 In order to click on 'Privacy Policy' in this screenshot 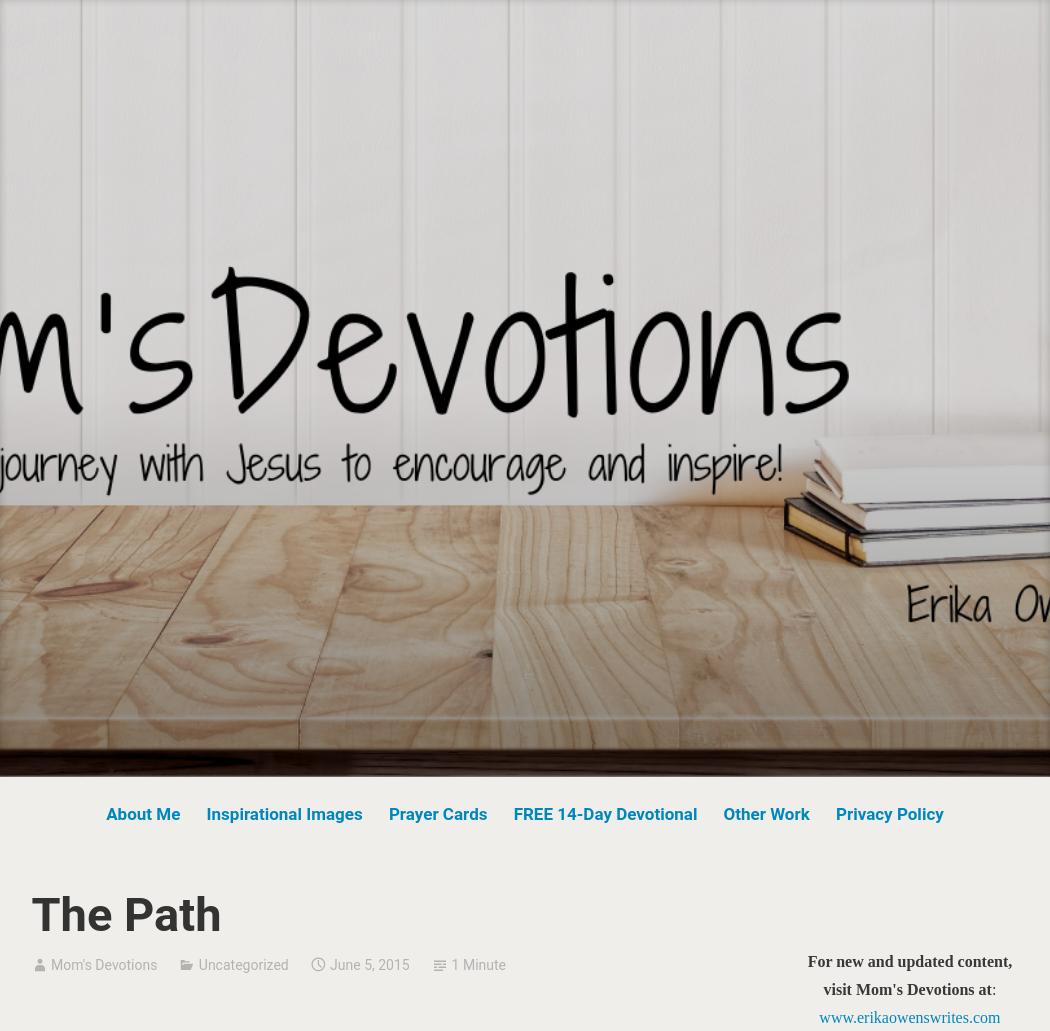, I will do `click(888, 812)`.